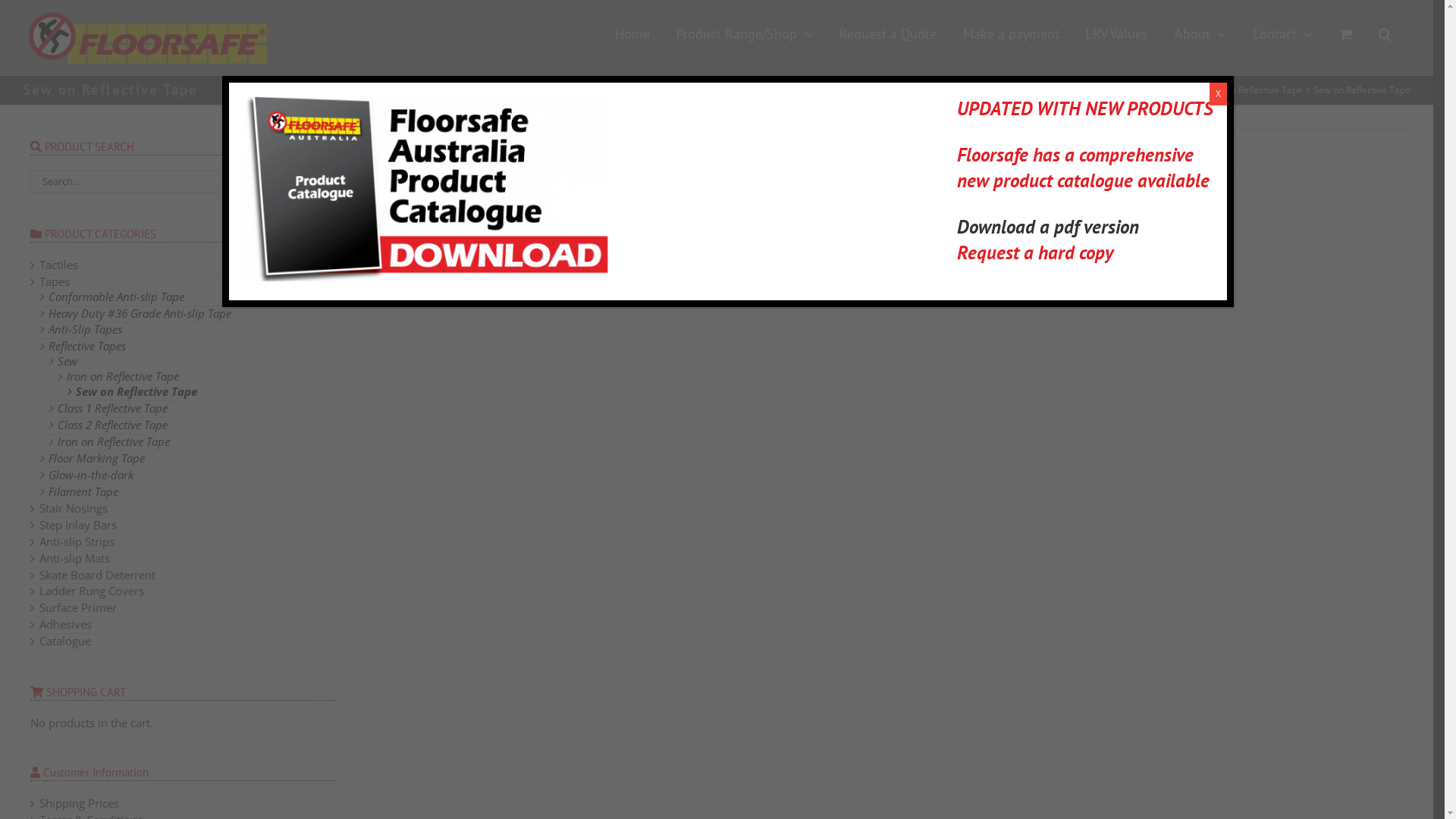 The image size is (1456, 819). What do you see at coordinates (745, 34) in the screenshot?
I see `'Product Range/Shop'` at bounding box center [745, 34].